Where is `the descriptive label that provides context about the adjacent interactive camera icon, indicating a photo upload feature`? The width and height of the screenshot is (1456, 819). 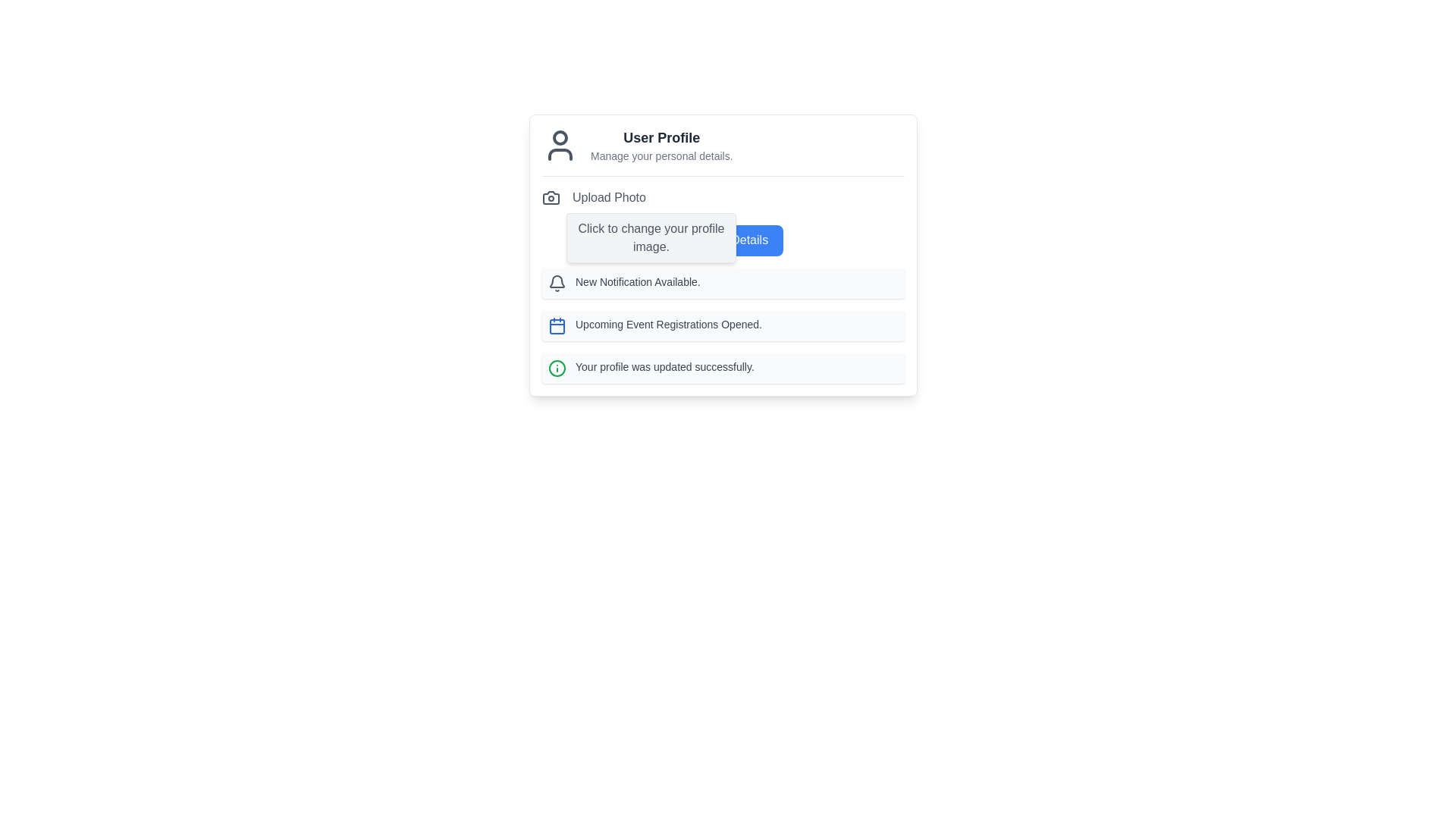
the descriptive label that provides context about the adjacent interactive camera icon, indicating a photo upload feature is located at coordinates (609, 197).